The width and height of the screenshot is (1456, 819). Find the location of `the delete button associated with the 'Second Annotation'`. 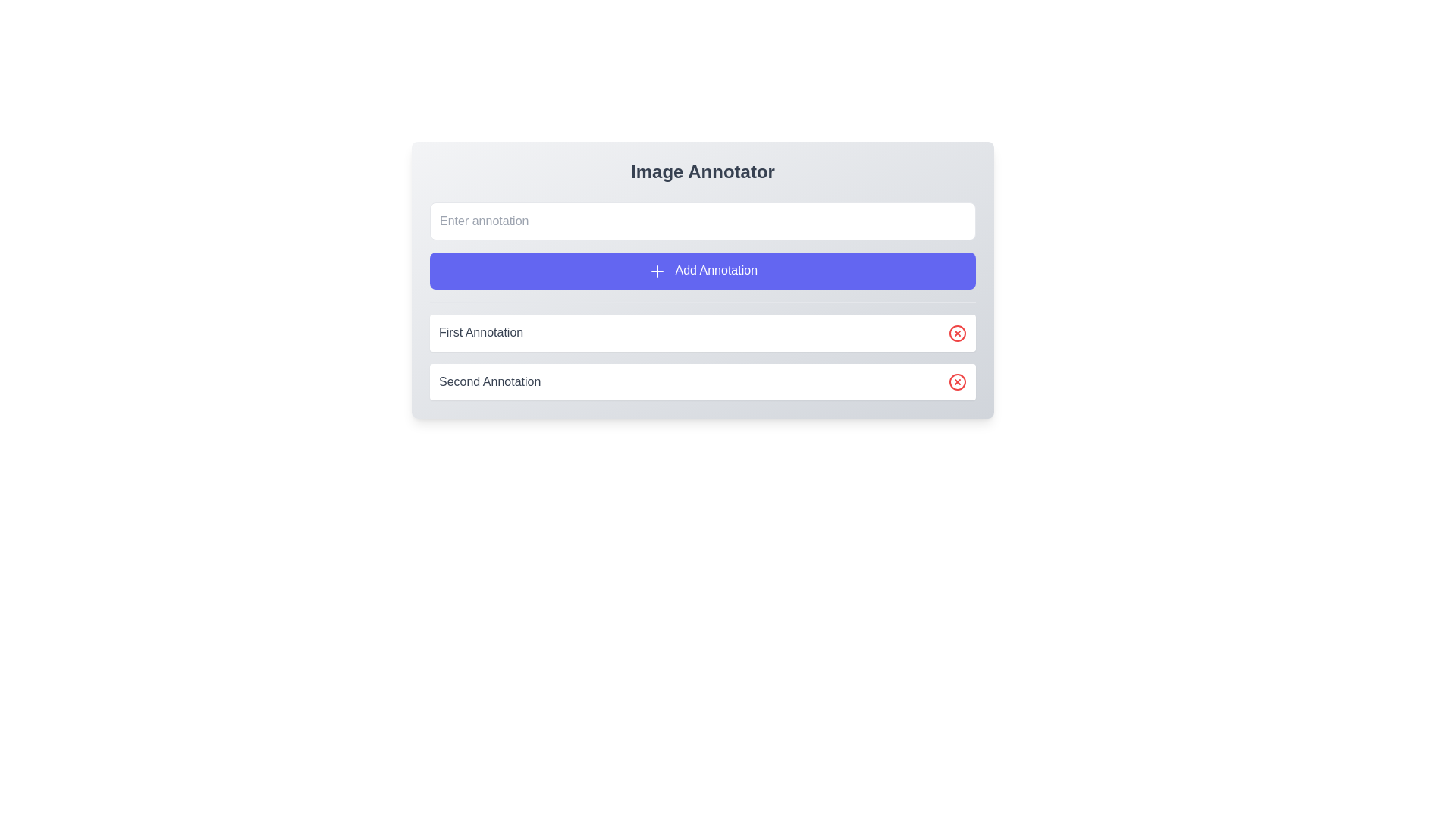

the delete button associated with the 'Second Annotation' is located at coordinates (956, 332).